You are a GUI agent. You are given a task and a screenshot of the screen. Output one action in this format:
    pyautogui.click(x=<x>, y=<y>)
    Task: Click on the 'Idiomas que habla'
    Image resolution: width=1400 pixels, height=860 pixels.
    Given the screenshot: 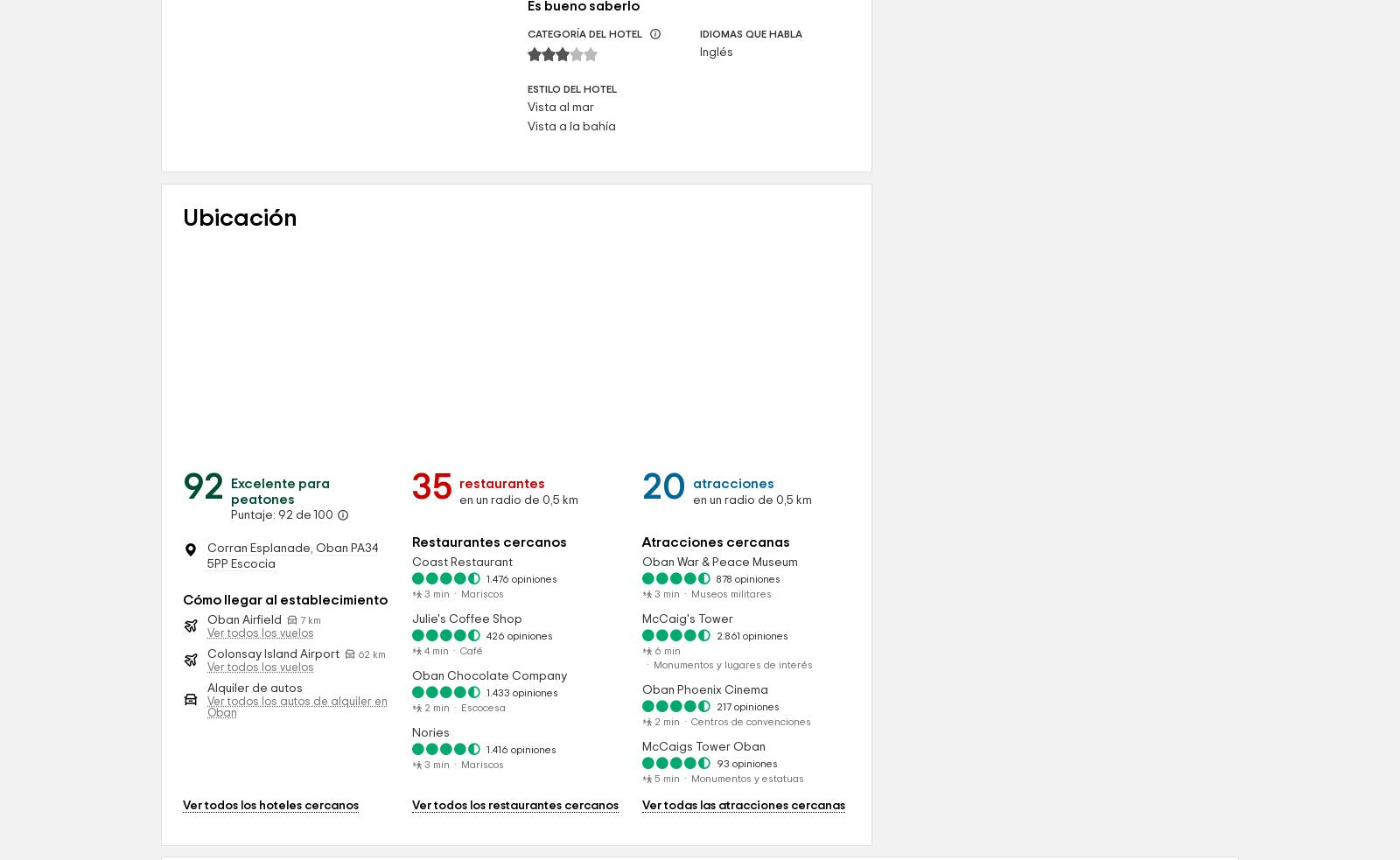 What is the action you would take?
    pyautogui.click(x=749, y=184)
    